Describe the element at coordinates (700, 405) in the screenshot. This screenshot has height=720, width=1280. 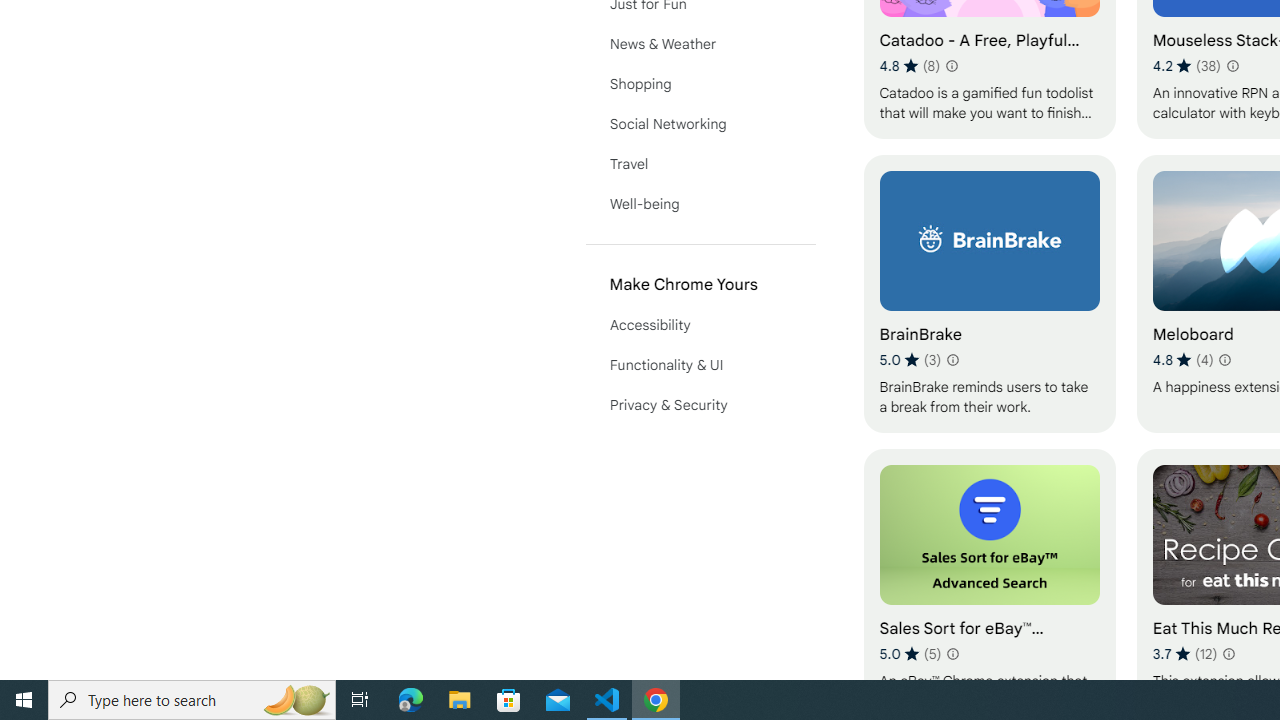
I see `'Privacy & Security'` at that location.